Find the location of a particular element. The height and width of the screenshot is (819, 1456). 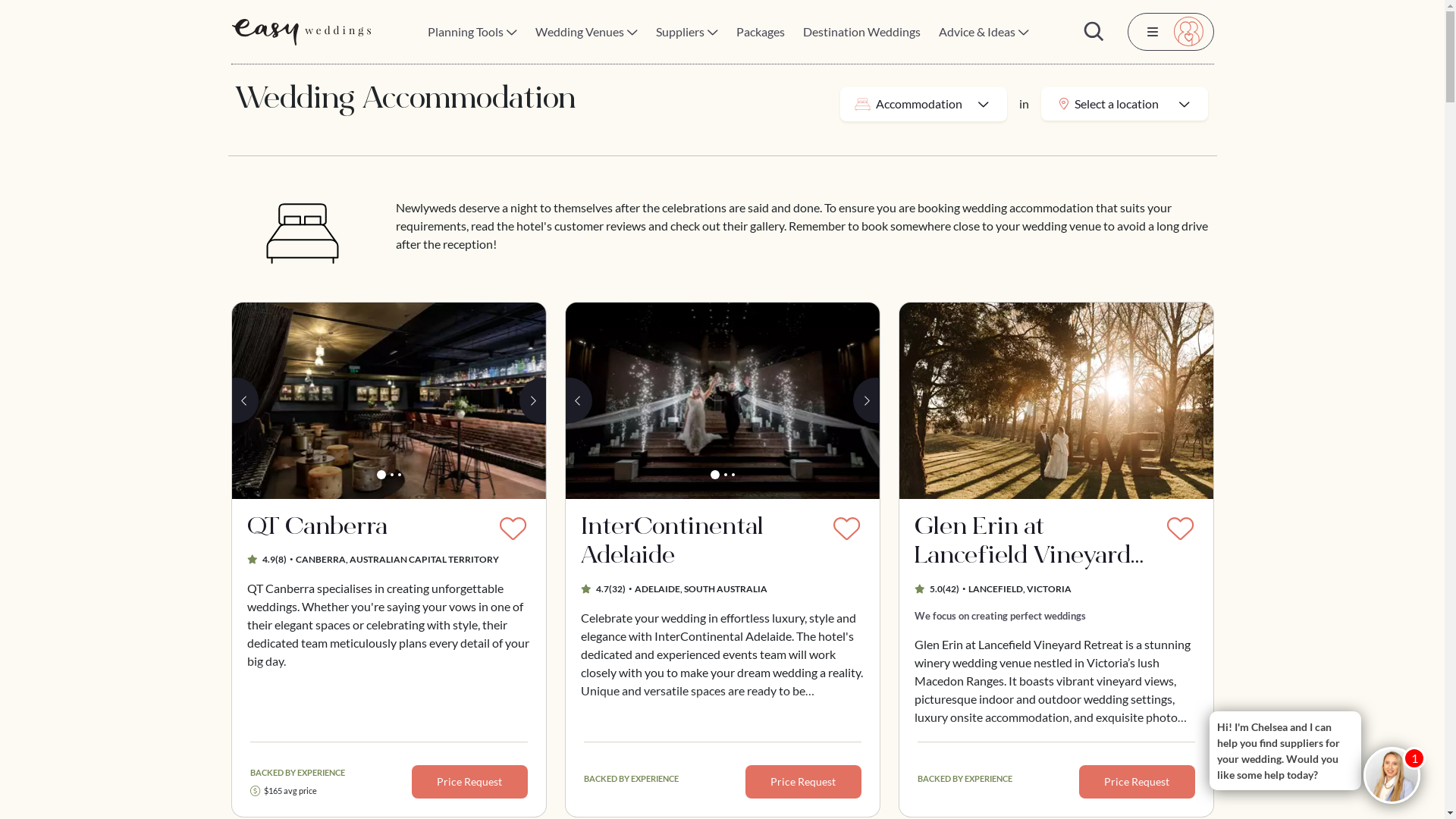

'Planning Tools' is located at coordinates (472, 32).